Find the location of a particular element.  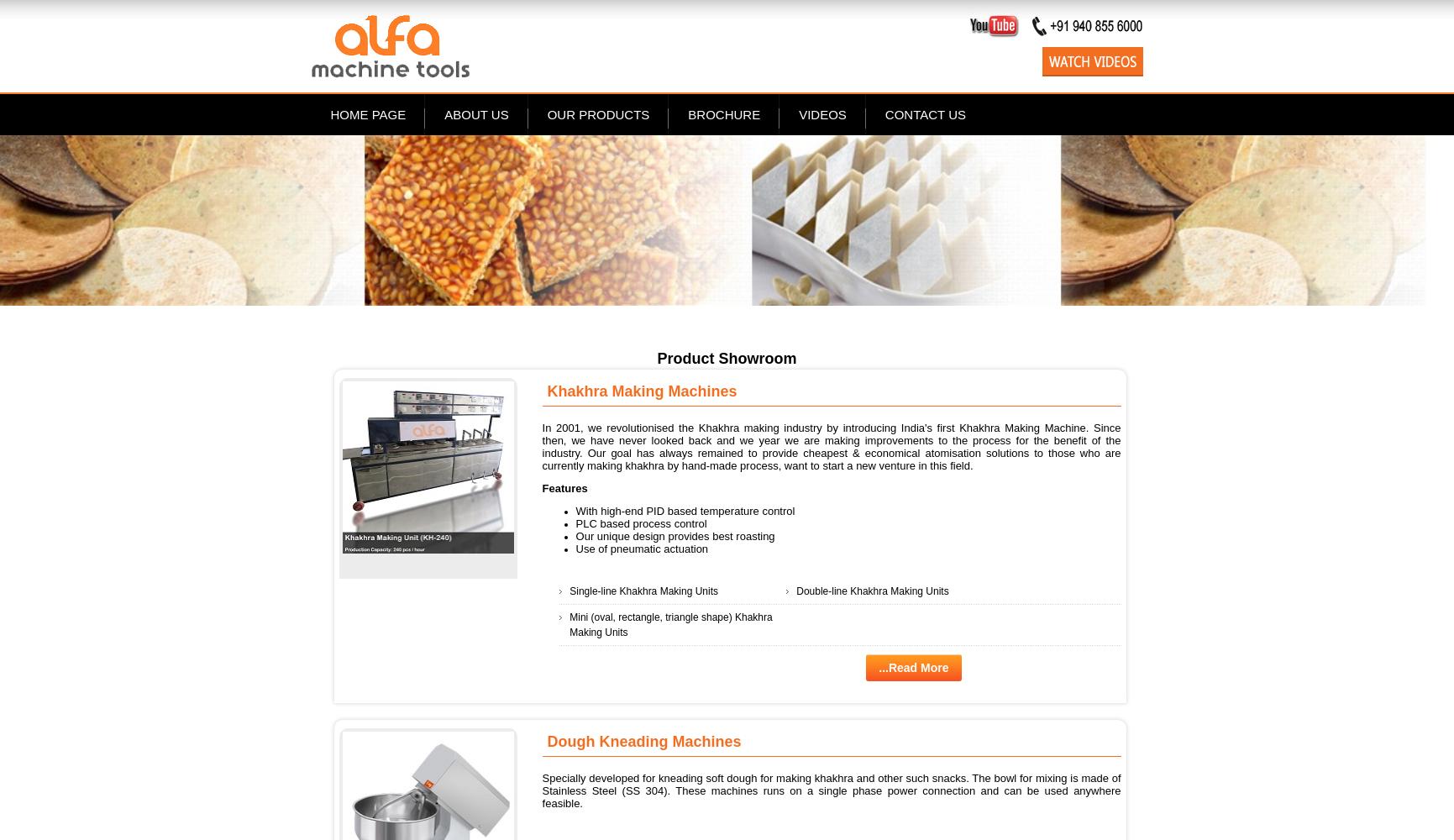

'Specially developed for kneading soft dough for making khakhra and other such snacks. The bowl for mixing is made of Stainless Steel (SS 304). These machines runs on a single phase power connection and can be used anywhere feasible.' is located at coordinates (830, 789).